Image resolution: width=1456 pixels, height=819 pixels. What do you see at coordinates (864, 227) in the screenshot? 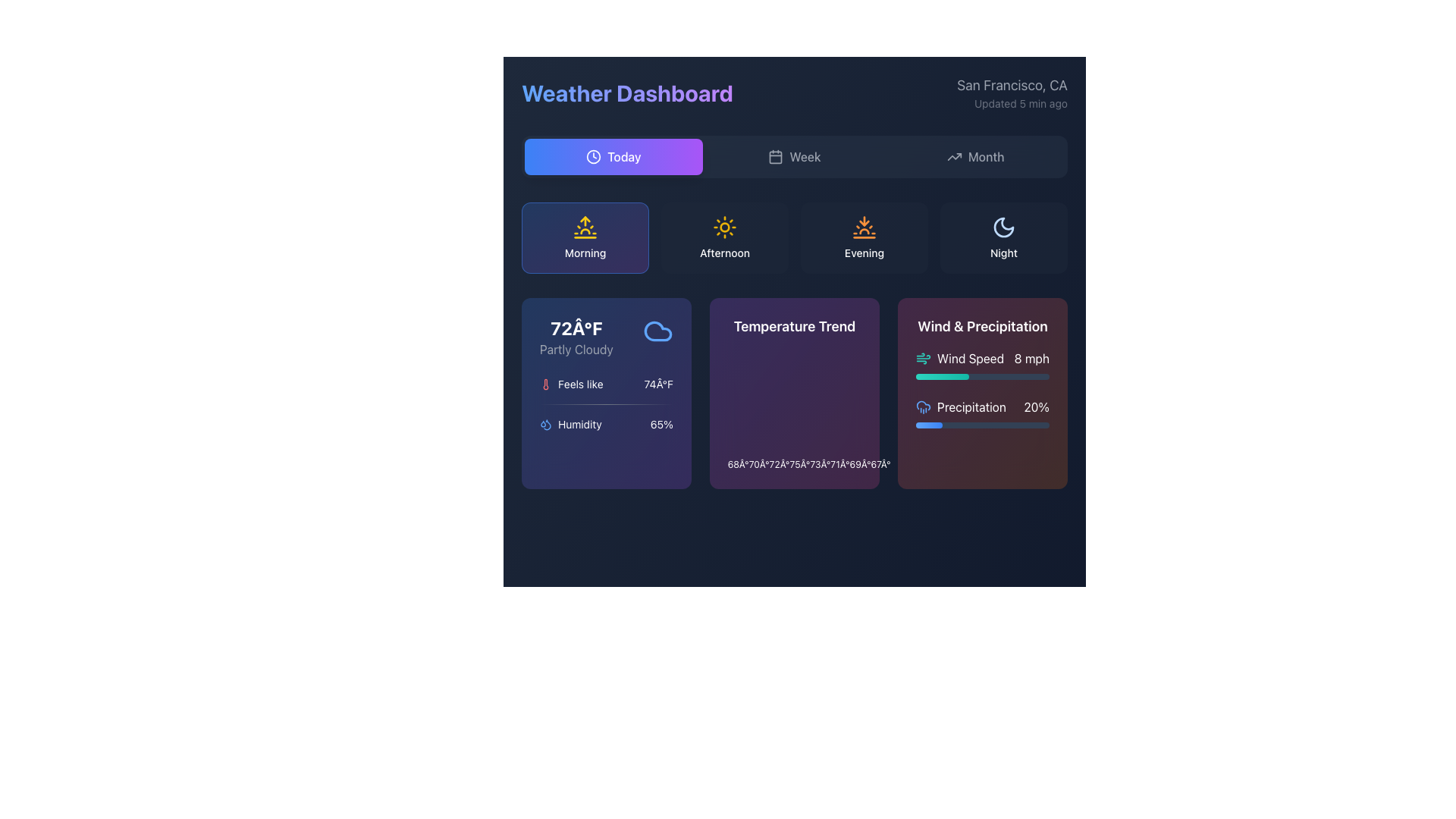
I see `the orange stylized sunset icon located in the 'Evening' section to select 'Evening'` at bounding box center [864, 227].